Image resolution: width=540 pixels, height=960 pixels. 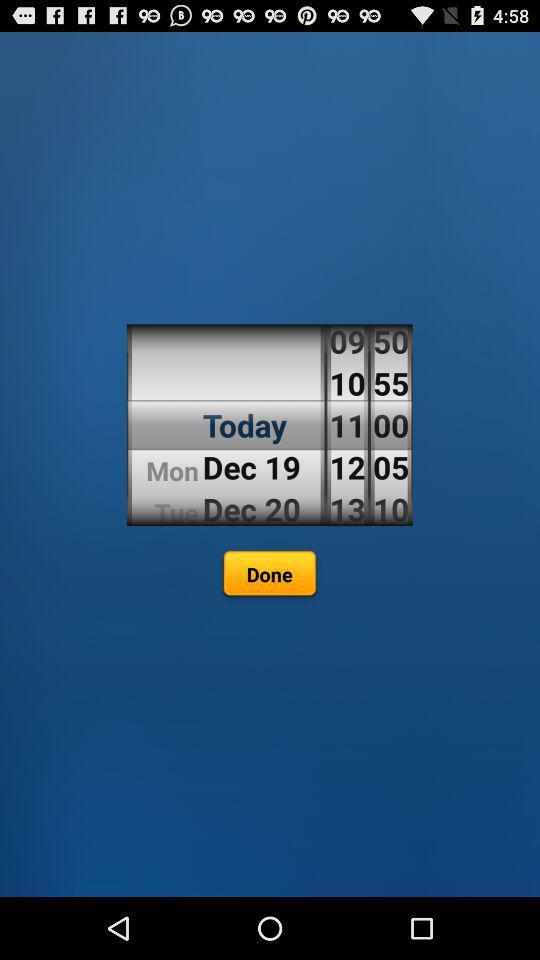 I want to click on the done icon, so click(x=269, y=576).